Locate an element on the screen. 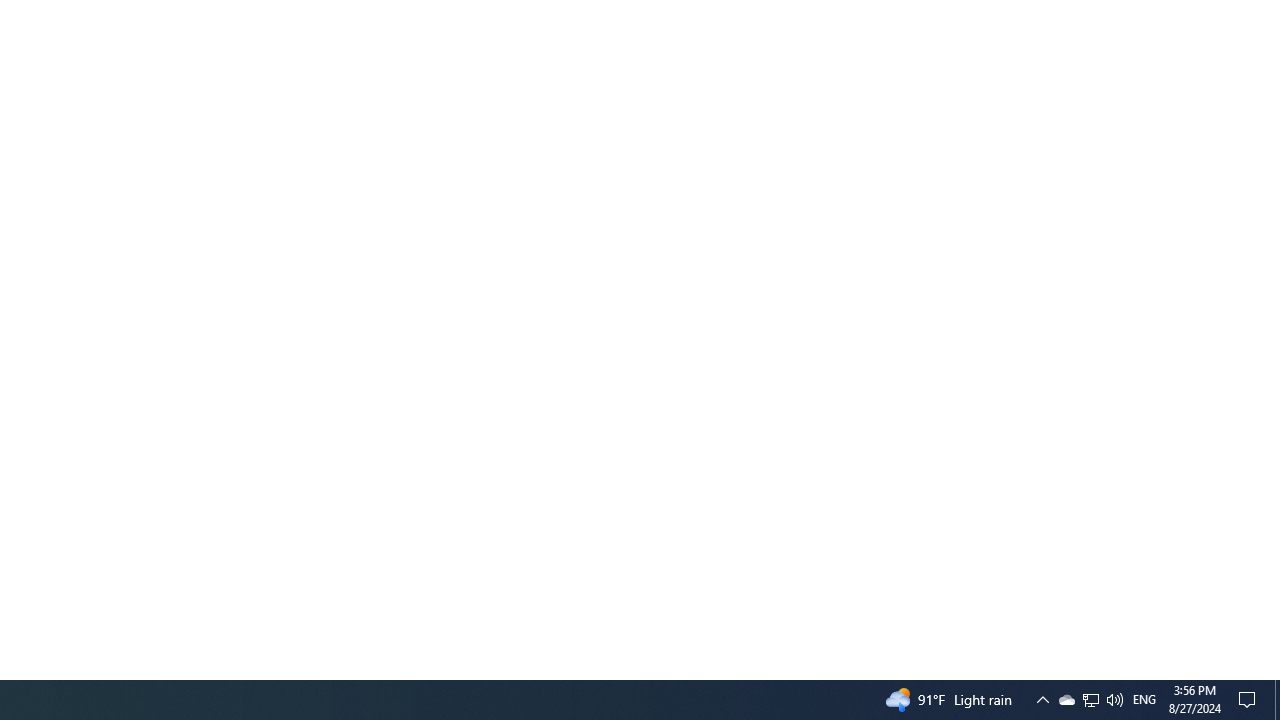 The height and width of the screenshot is (720, 1280). 'Q2790: 100%' is located at coordinates (1113, 698).